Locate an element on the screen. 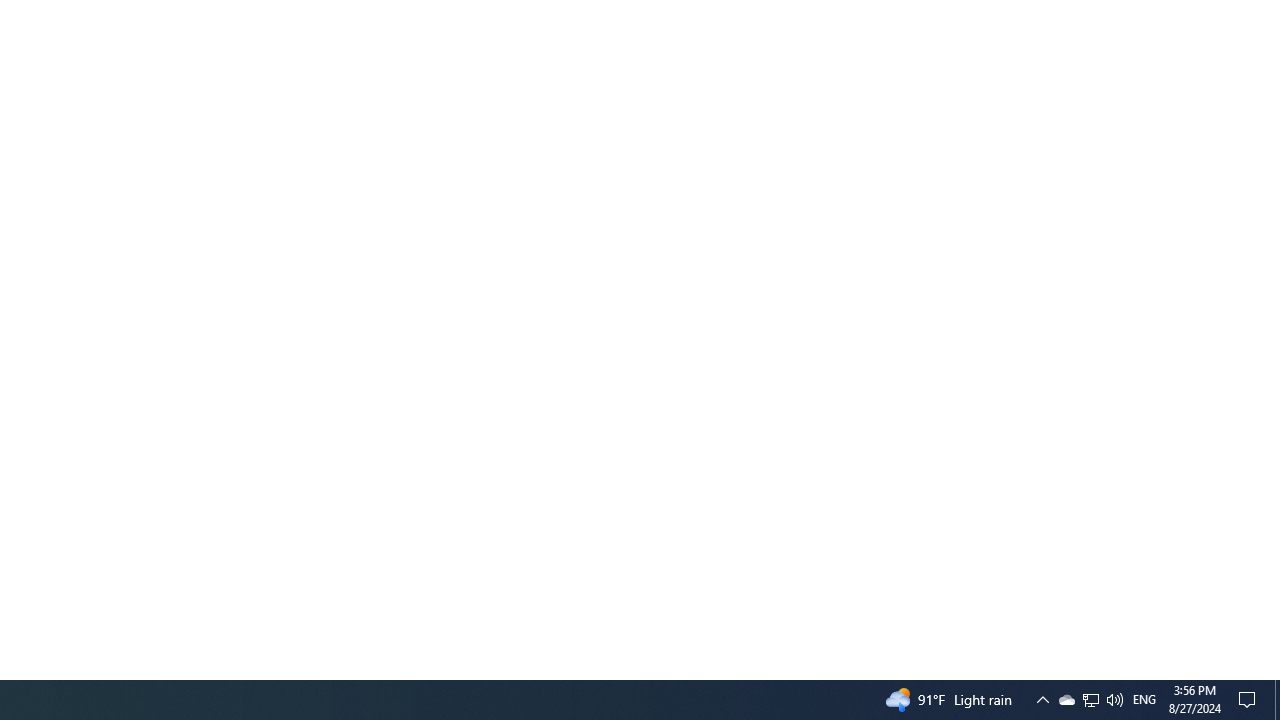 The height and width of the screenshot is (720, 1280). 'Q2790: 100%' is located at coordinates (1113, 698).